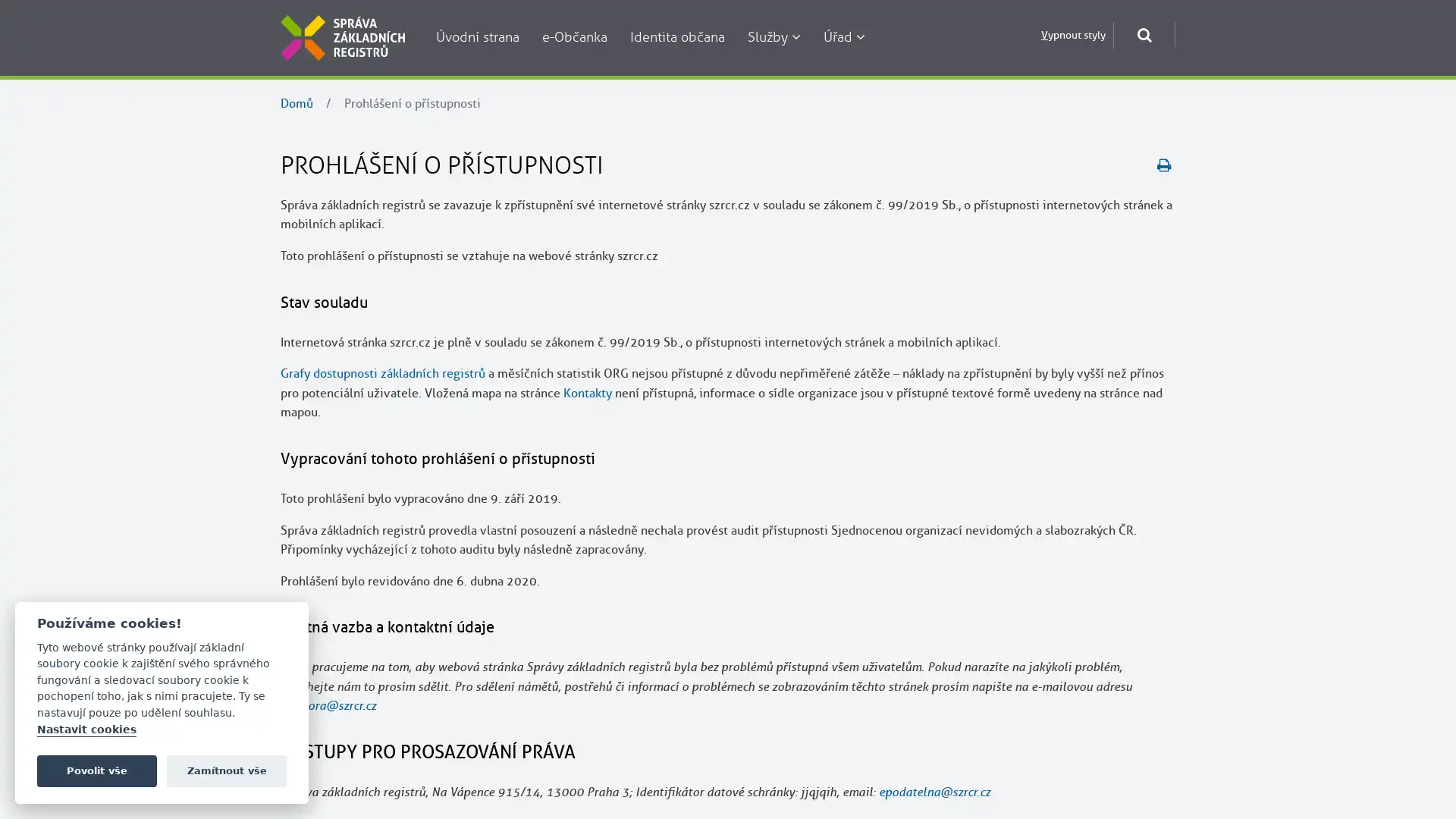 The width and height of the screenshot is (1456, 819). I want to click on Vypnout styly, so click(1072, 34).